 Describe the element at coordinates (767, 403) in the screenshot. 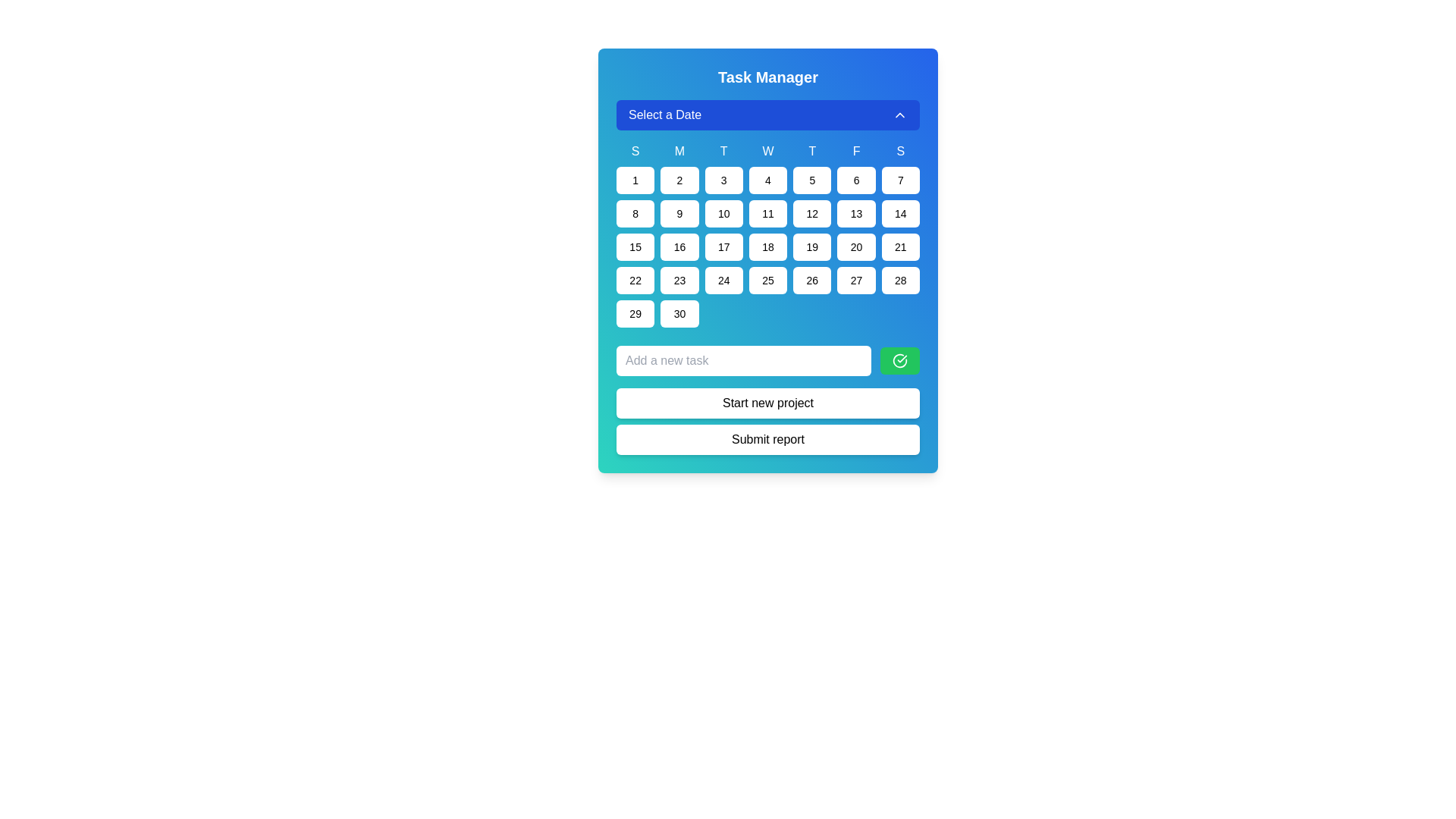

I see `the 'Create New Project' button located at the bottom of the 'Task Manager' interface, which is the first button in a group of two buttons` at that location.